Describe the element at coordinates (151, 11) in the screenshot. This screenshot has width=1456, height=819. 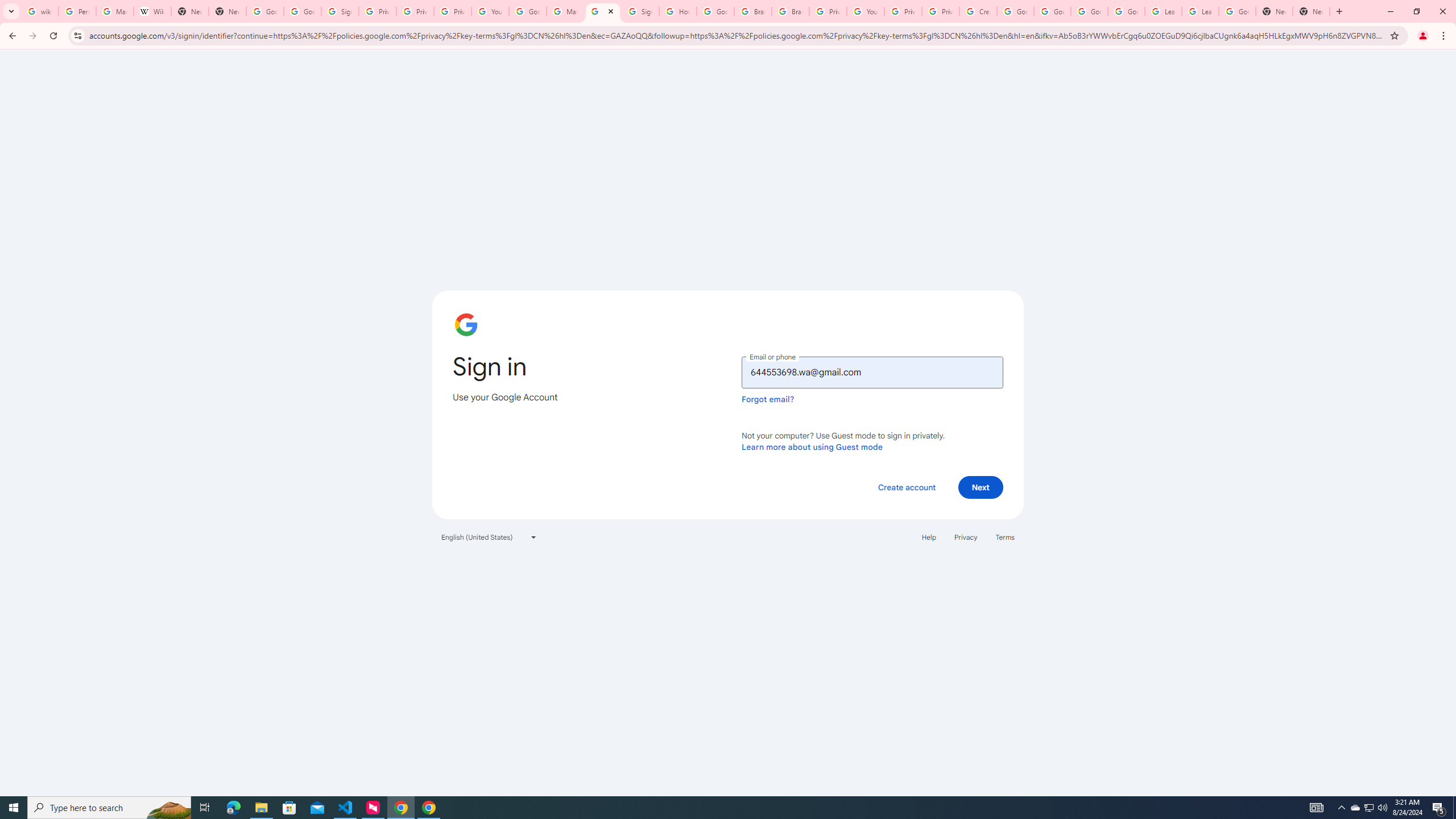
I see `'Wikipedia:Edit requests - Wikipedia'` at that location.